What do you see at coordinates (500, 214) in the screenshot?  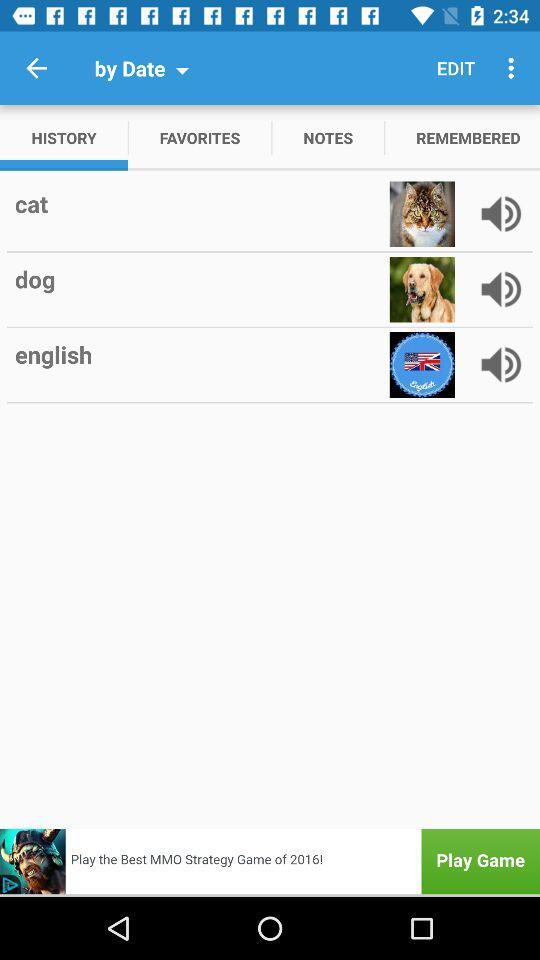 I see `volume control/mute option` at bounding box center [500, 214].